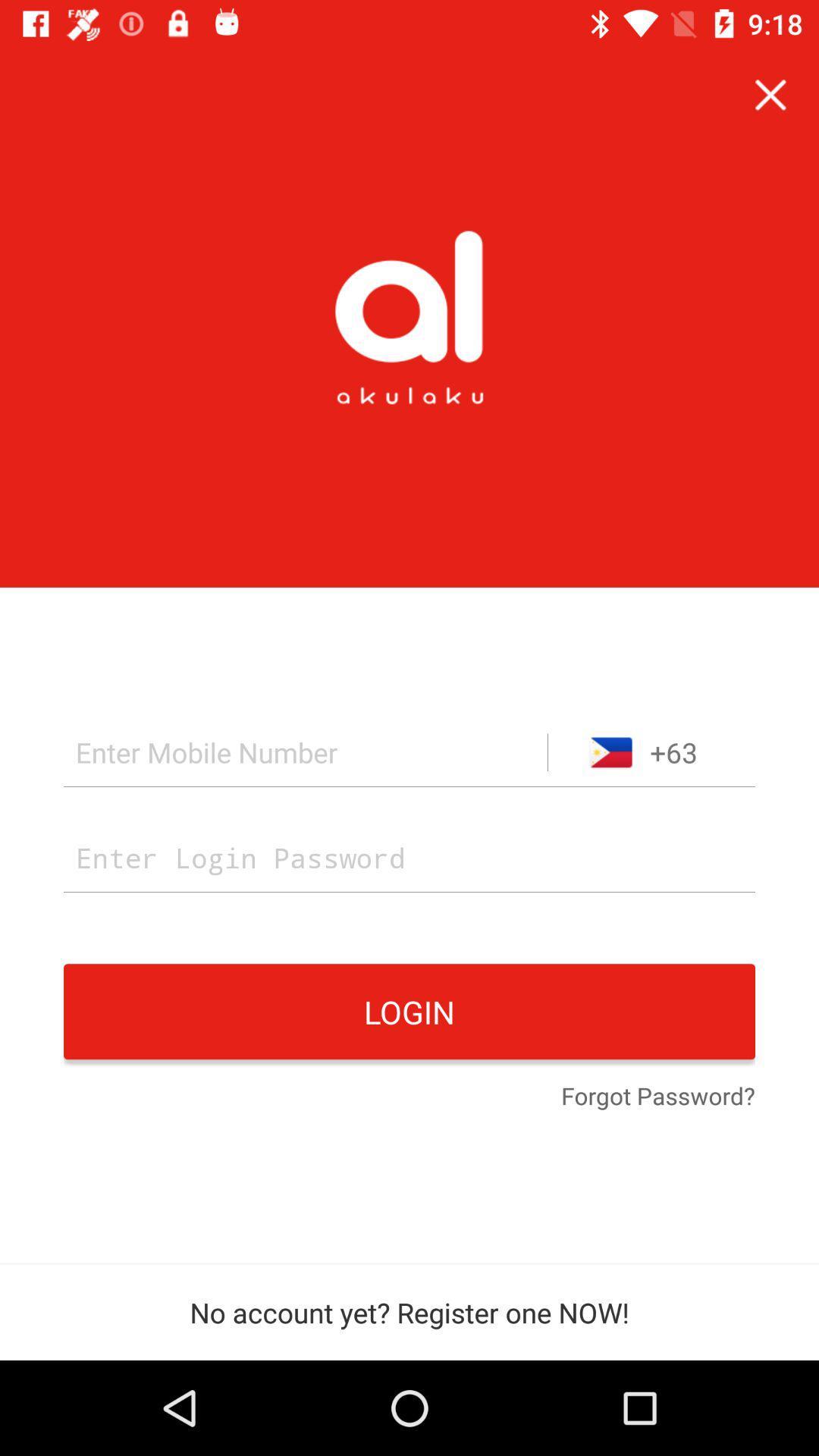  I want to click on item above the forgot password? item, so click(409, 1012).